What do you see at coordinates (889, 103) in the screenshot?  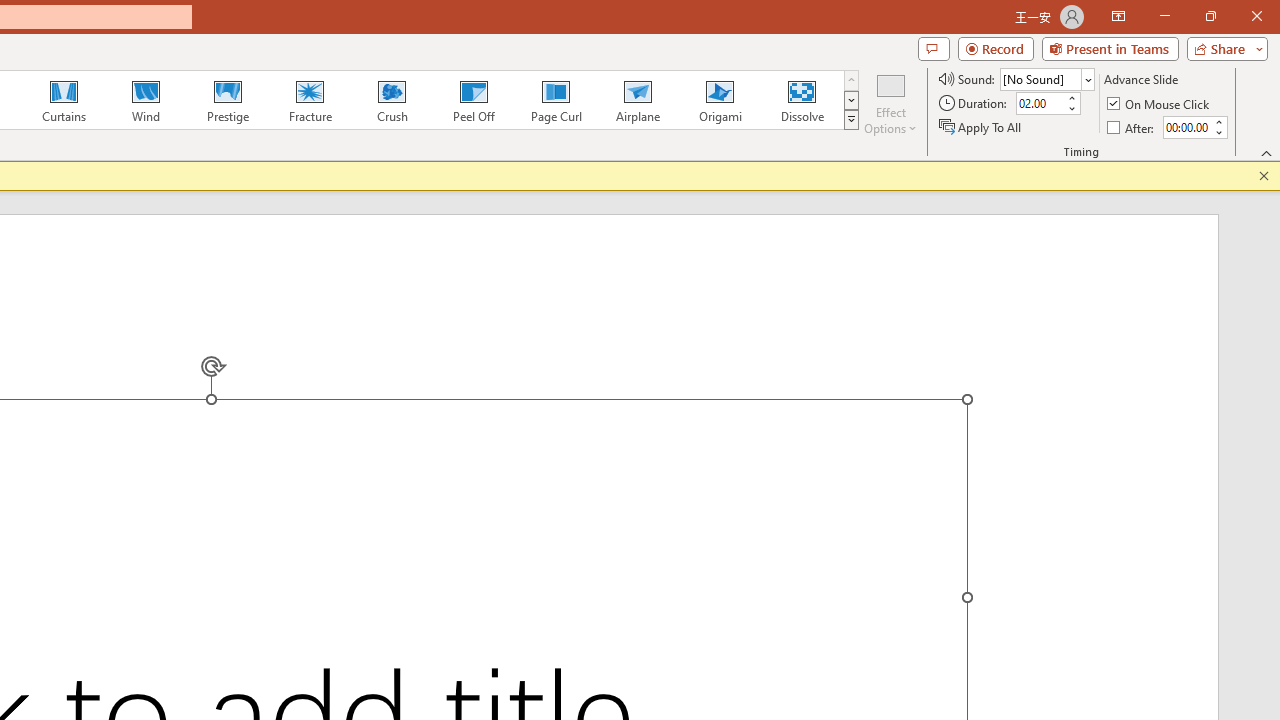 I see `'Effect Options'` at bounding box center [889, 103].